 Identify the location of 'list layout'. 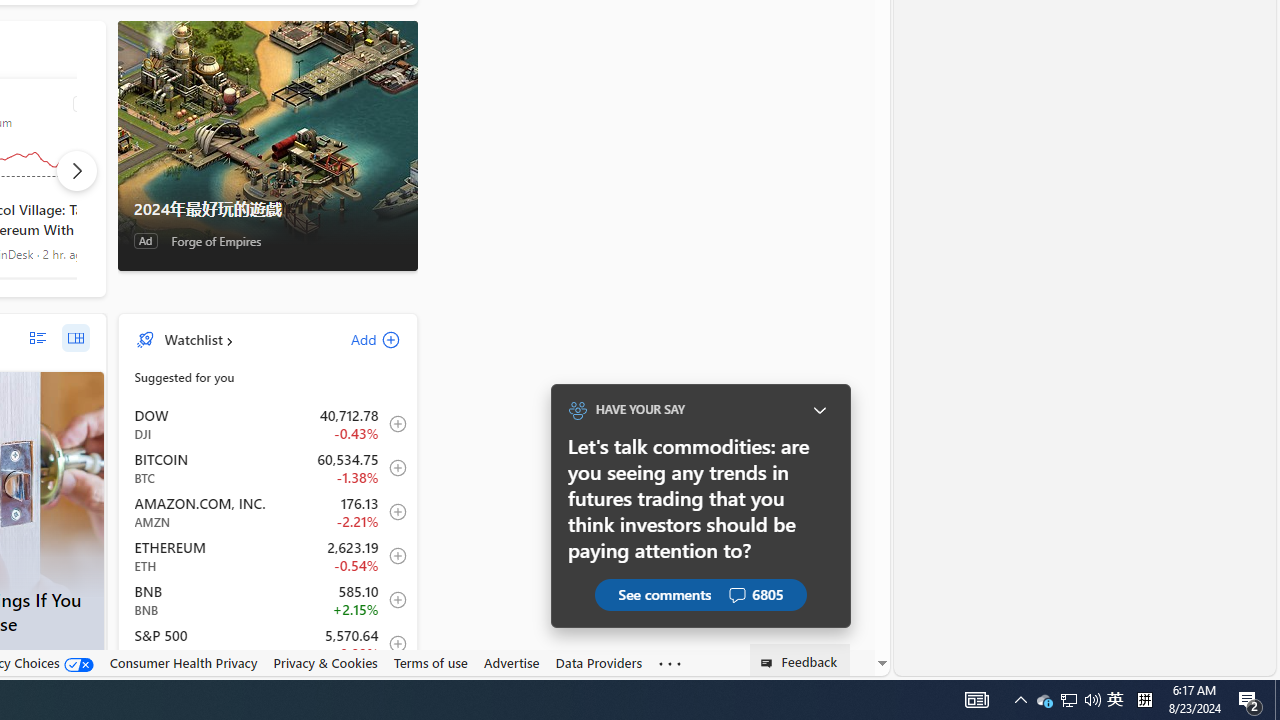
(37, 337).